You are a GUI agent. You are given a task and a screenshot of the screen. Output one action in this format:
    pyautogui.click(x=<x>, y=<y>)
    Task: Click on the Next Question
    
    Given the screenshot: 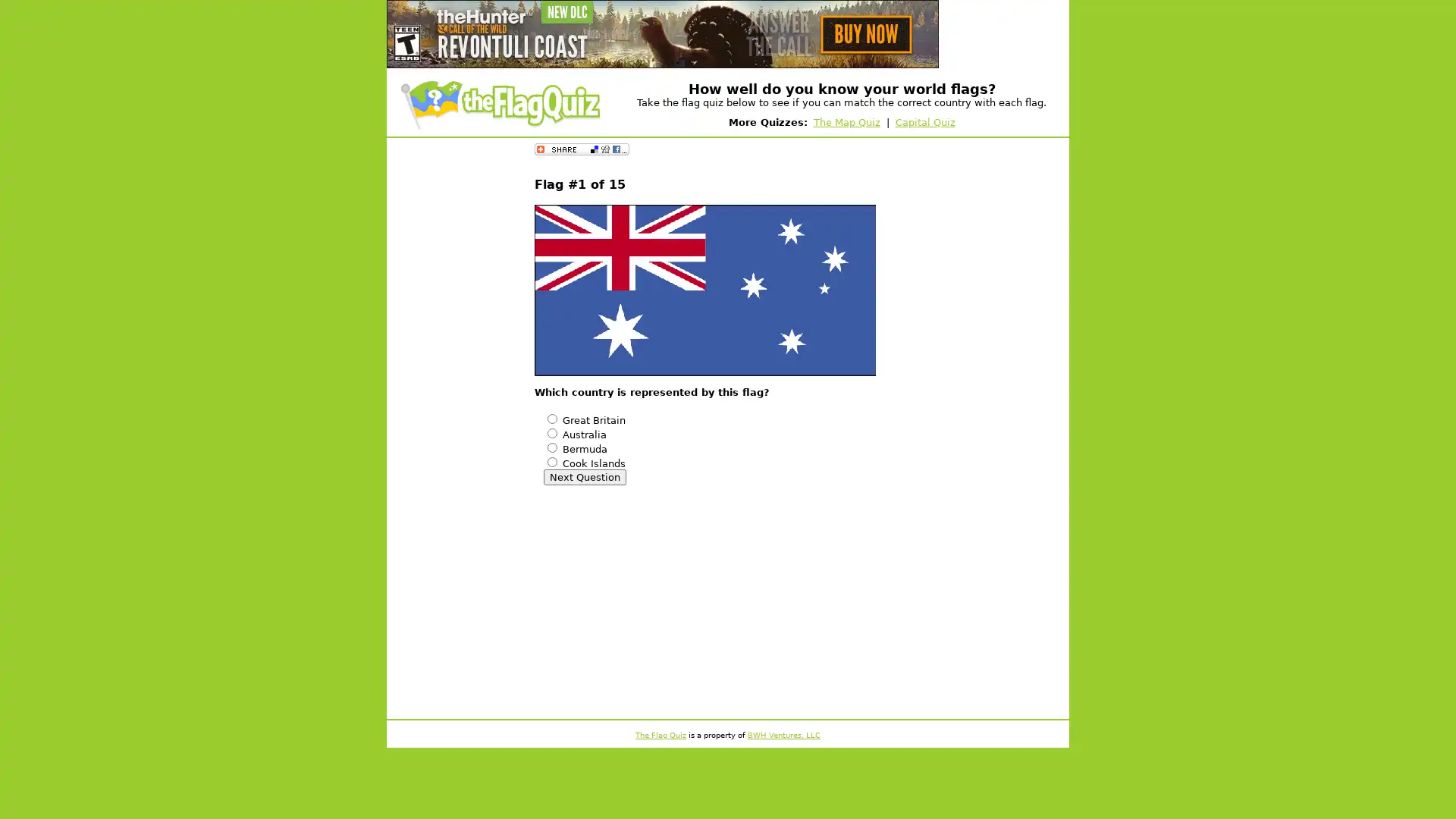 What is the action you would take?
    pyautogui.click(x=584, y=476)
    